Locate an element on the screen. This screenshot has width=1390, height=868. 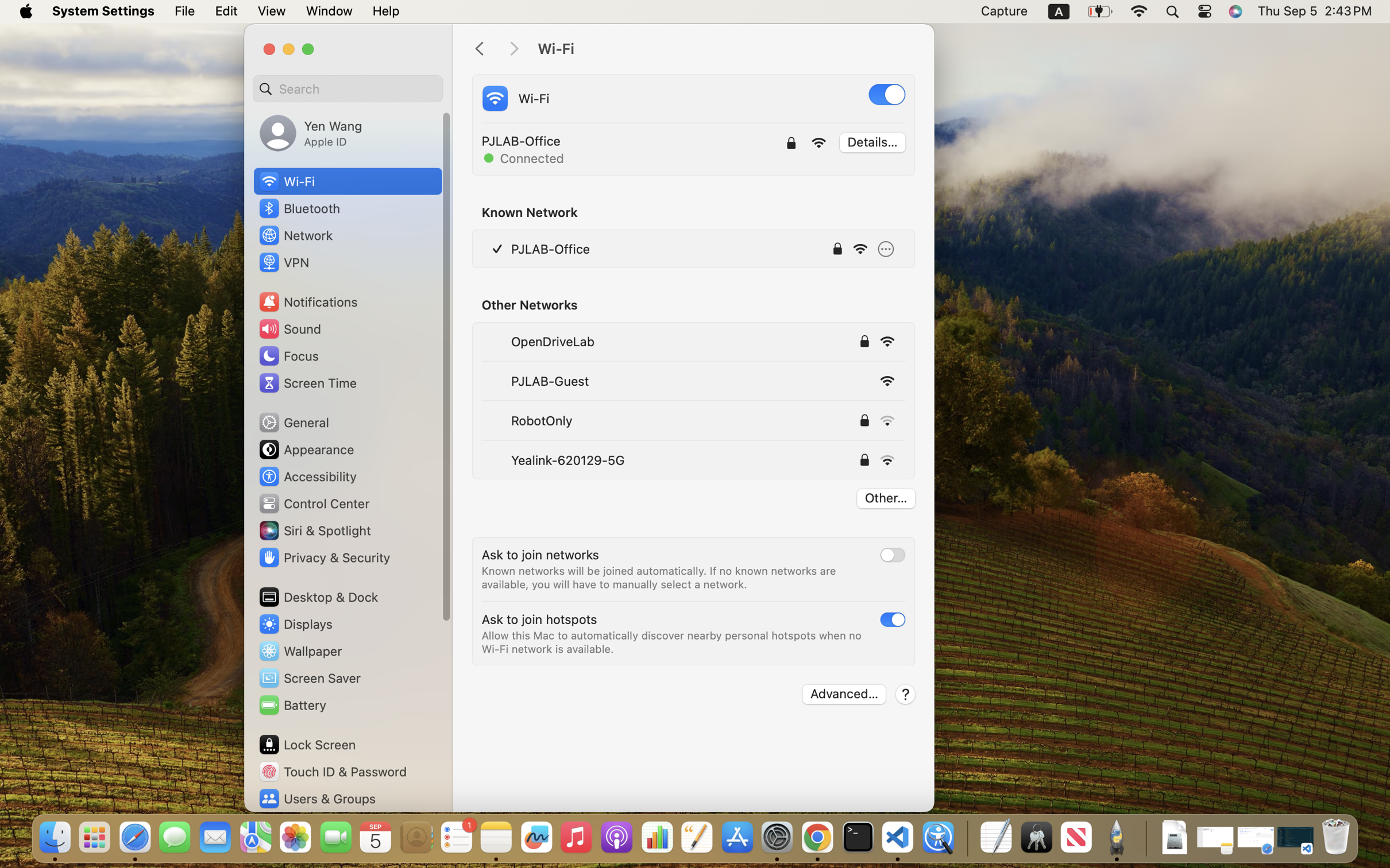
'VPN' is located at coordinates (283, 262).